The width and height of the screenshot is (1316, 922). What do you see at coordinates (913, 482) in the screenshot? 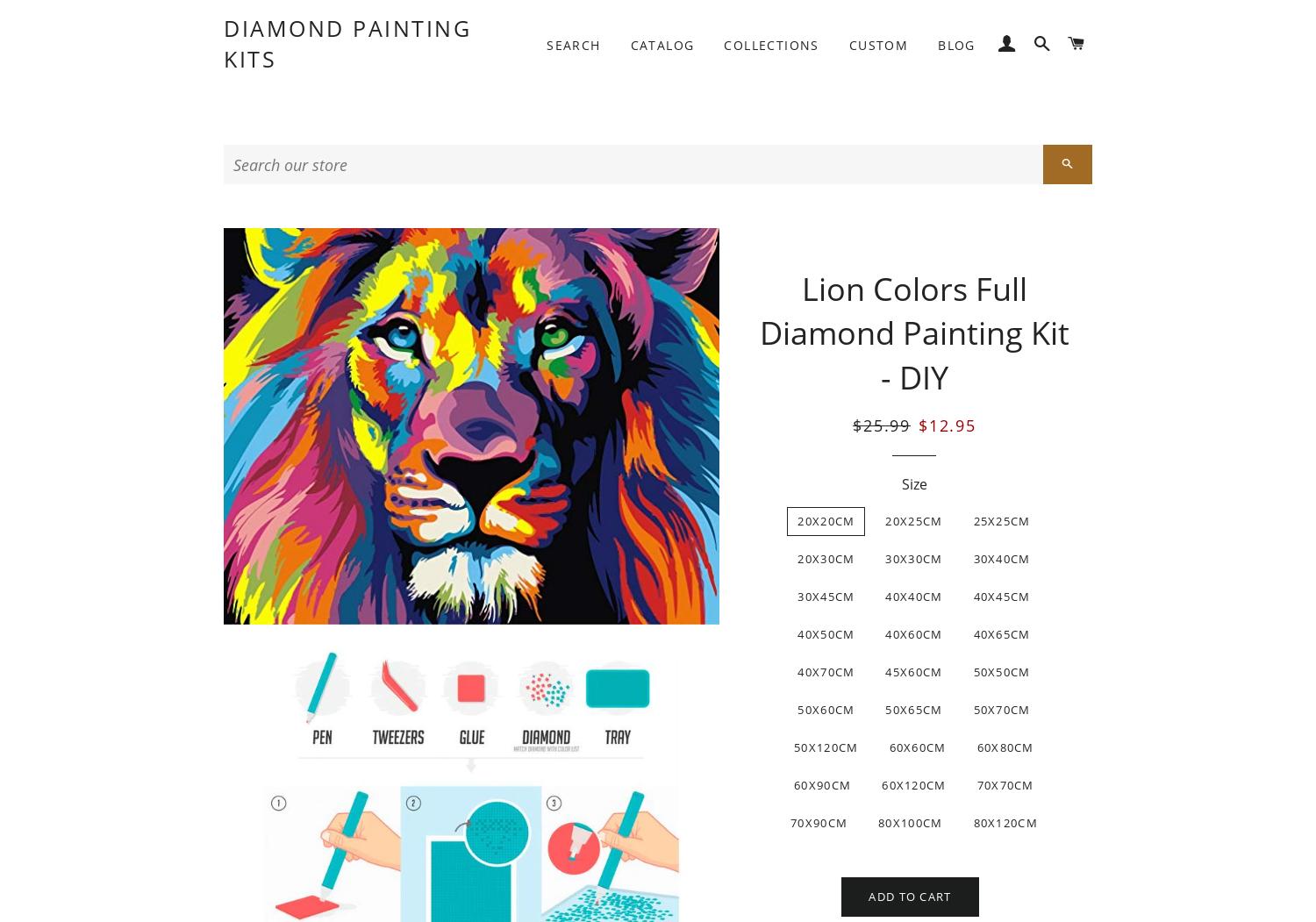
I see `'Size'` at bounding box center [913, 482].